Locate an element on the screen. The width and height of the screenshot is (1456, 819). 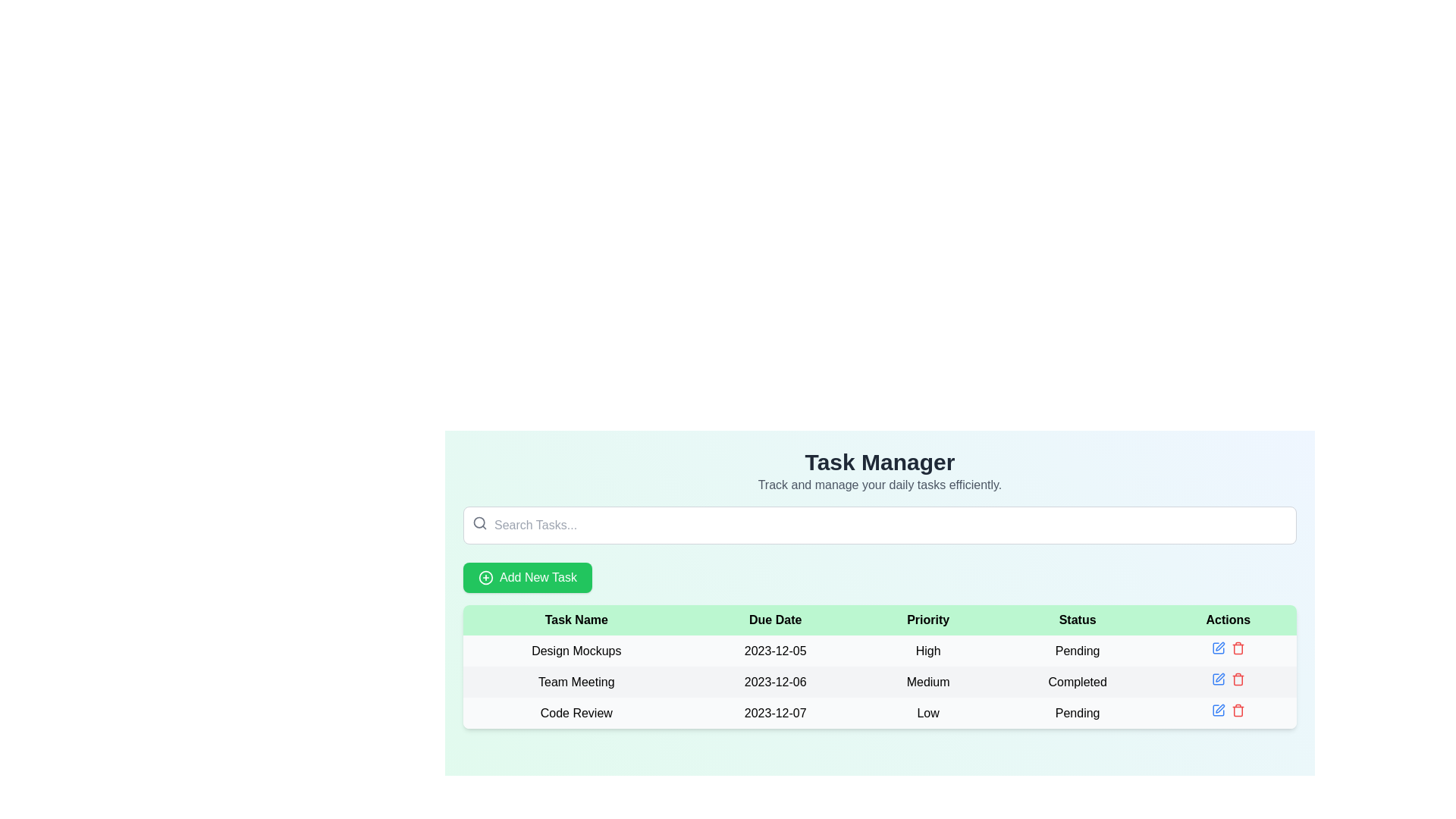
the Text Label that serves as a column header for priority level tasks in the table, located in the third column between 'Due Date' and 'Status' is located at coordinates (927, 620).